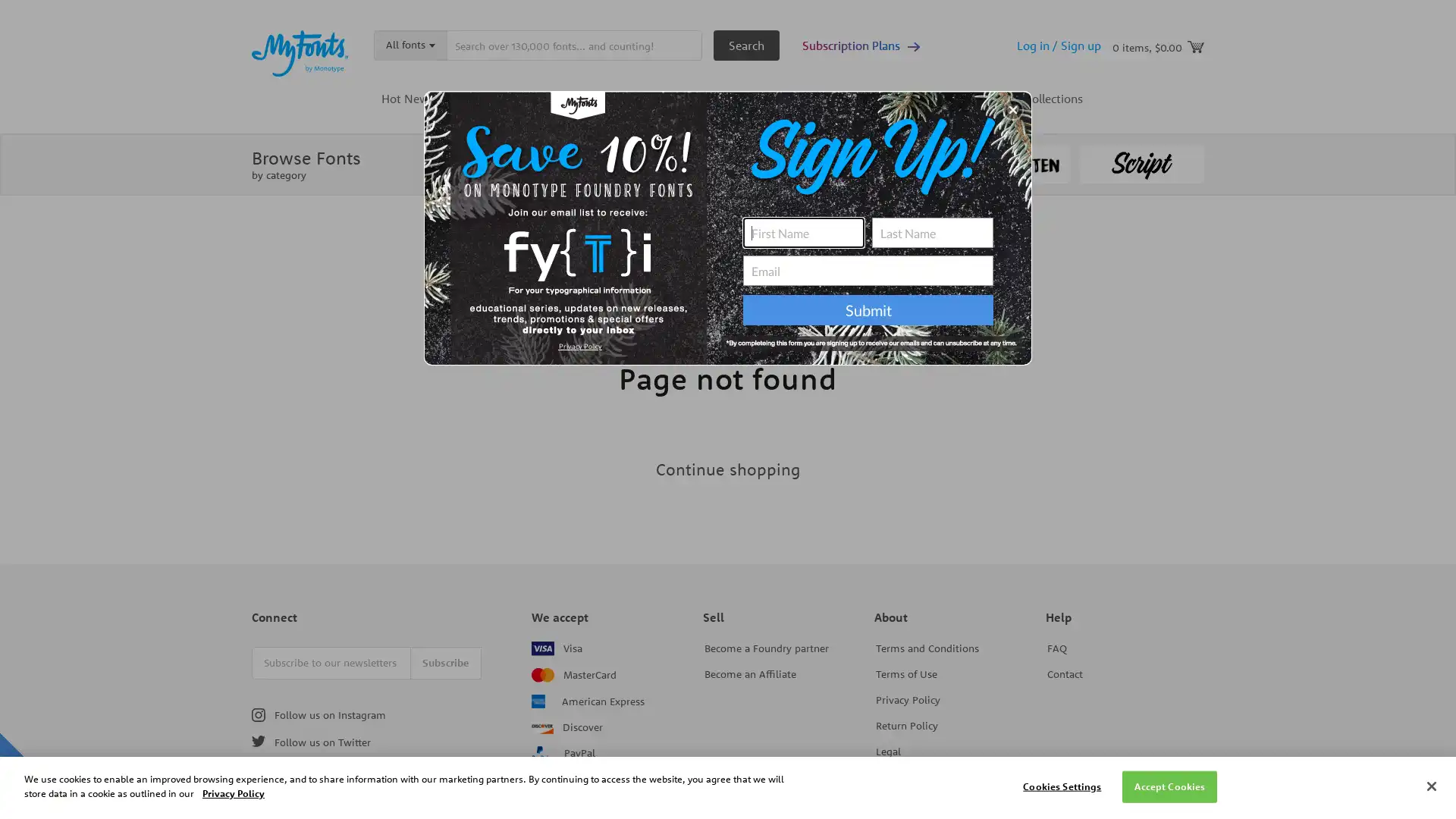  I want to click on Close, so click(1012, 109).